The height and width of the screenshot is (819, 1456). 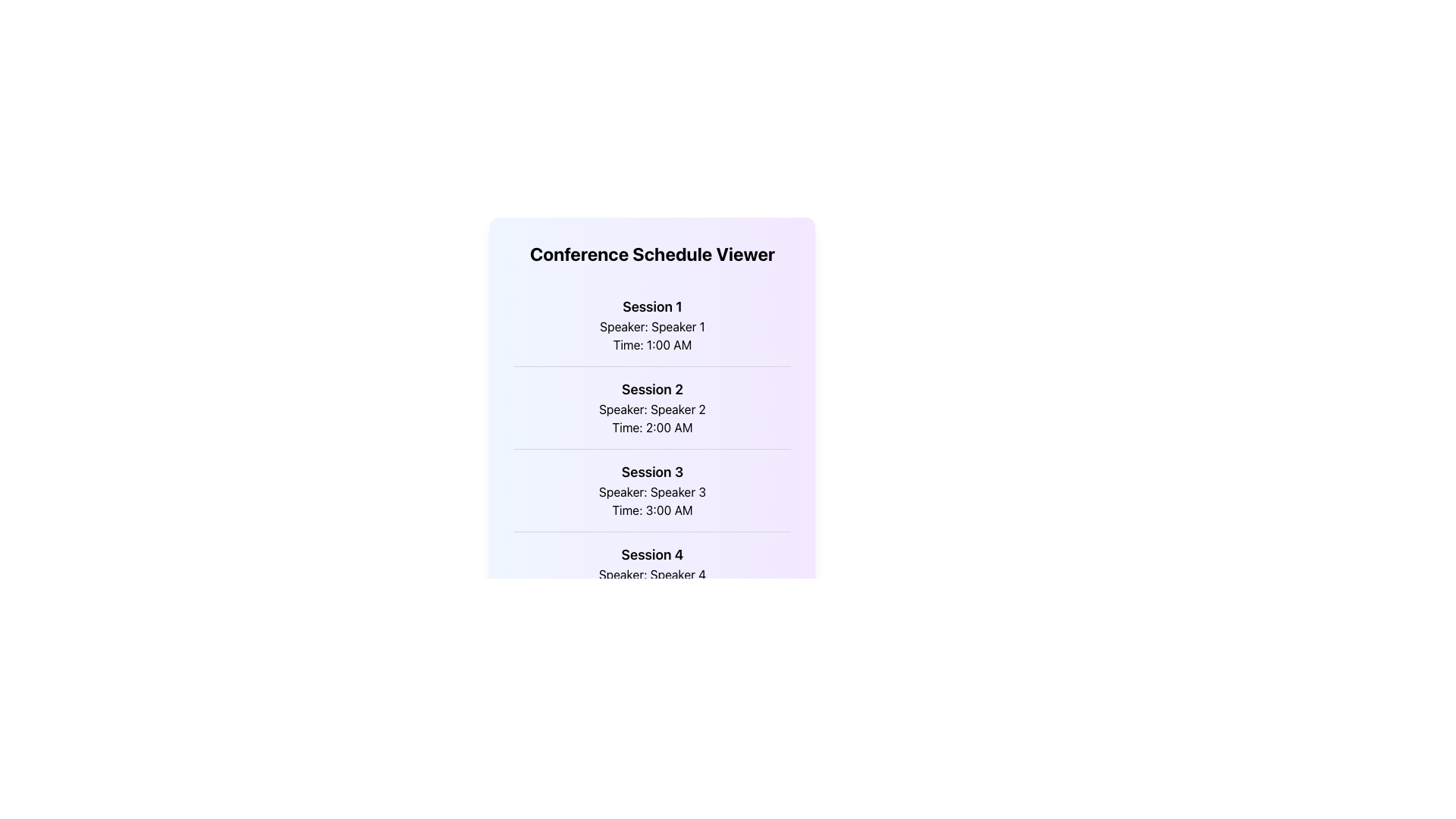 I want to click on the third session in the vertically-arranged 'Conference Schedule Viewer', which includes details such as session name, speaker, and scheduled time, so click(x=652, y=490).